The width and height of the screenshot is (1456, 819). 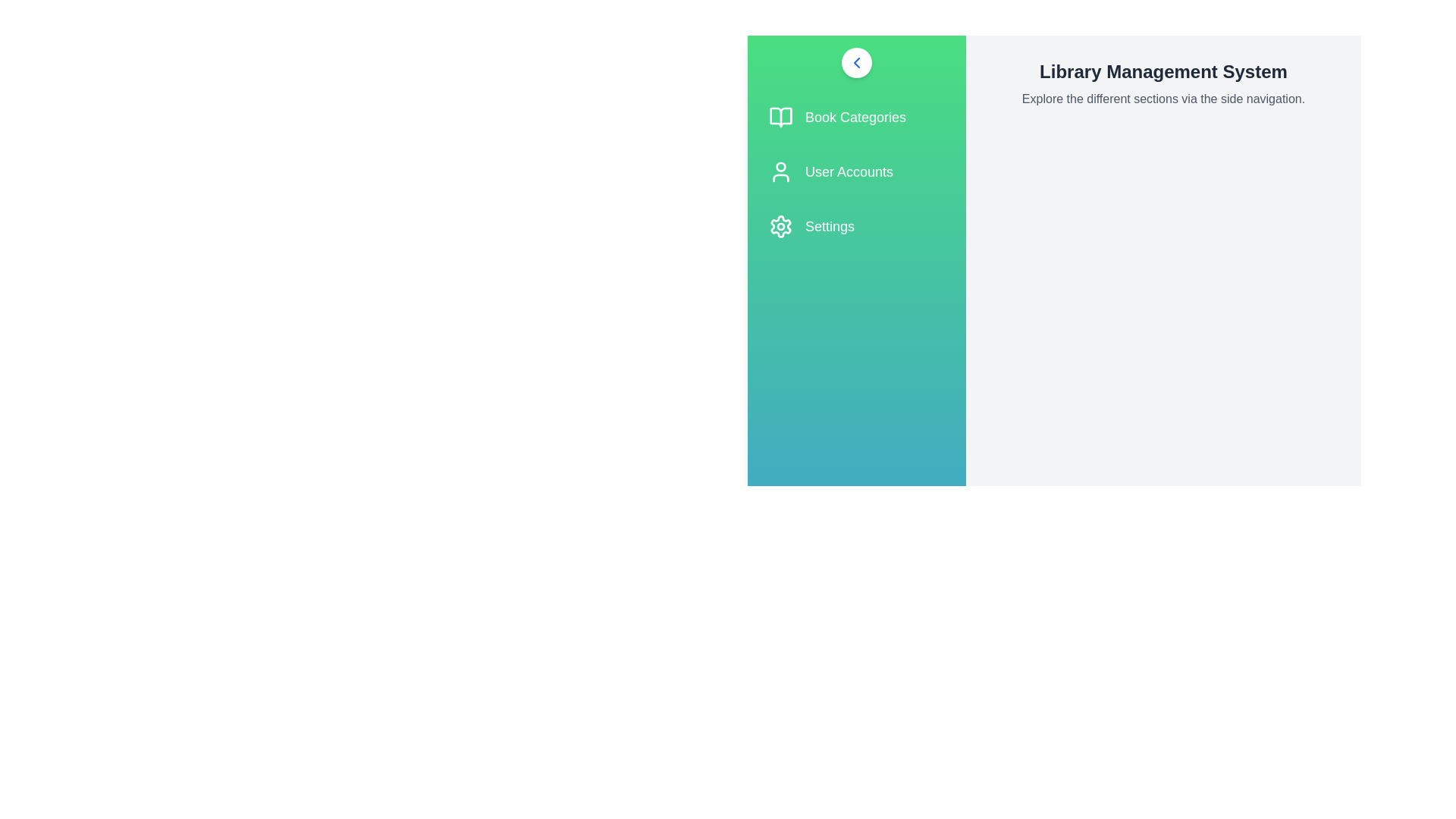 What do you see at coordinates (856, 62) in the screenshot?
I see `toggle button at the top of the drawer to toggle its state` at bounding box center [856, 62].